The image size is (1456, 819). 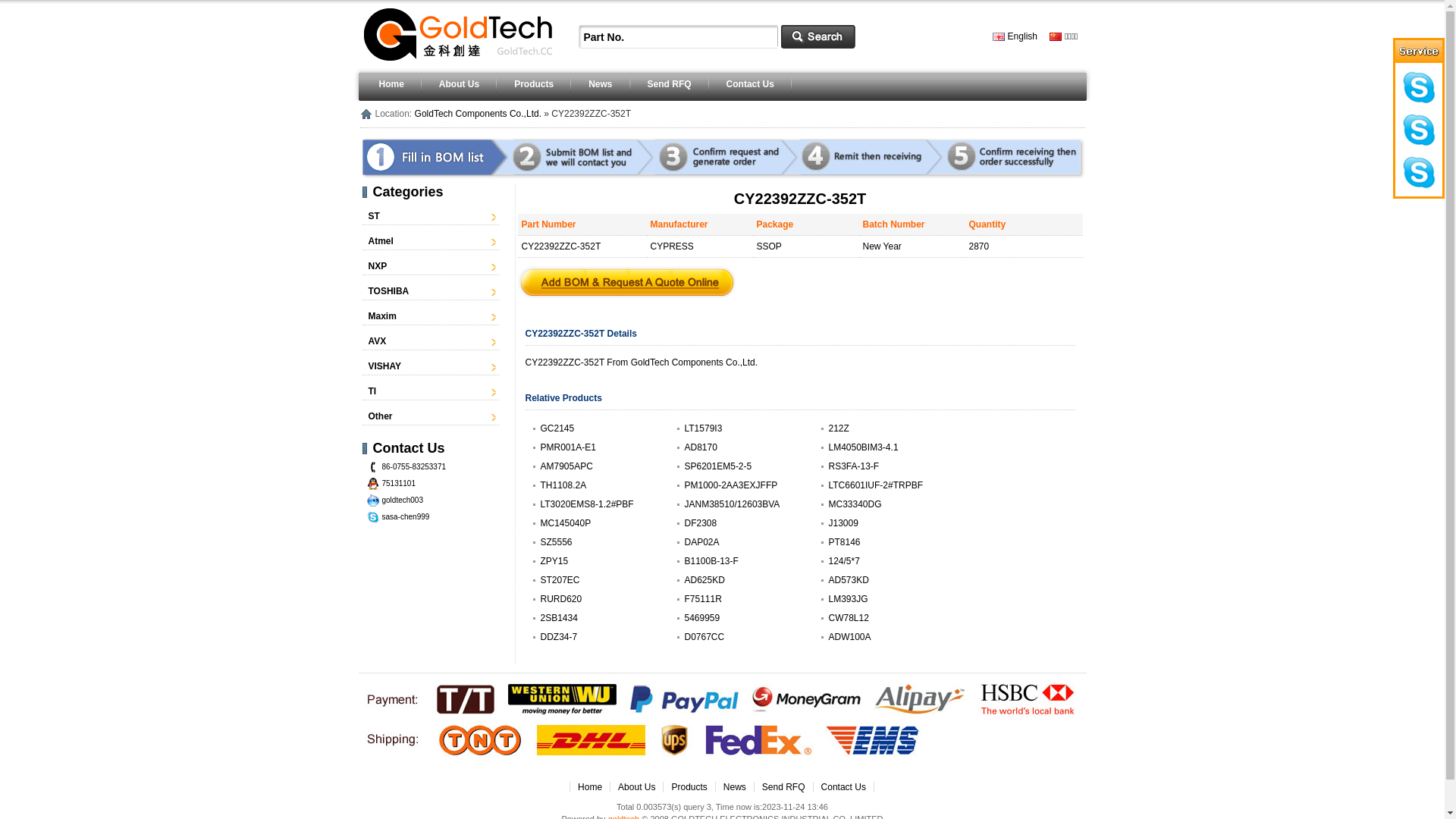 I want to click on 'DDZ34-7', so click(x=557, y=637).